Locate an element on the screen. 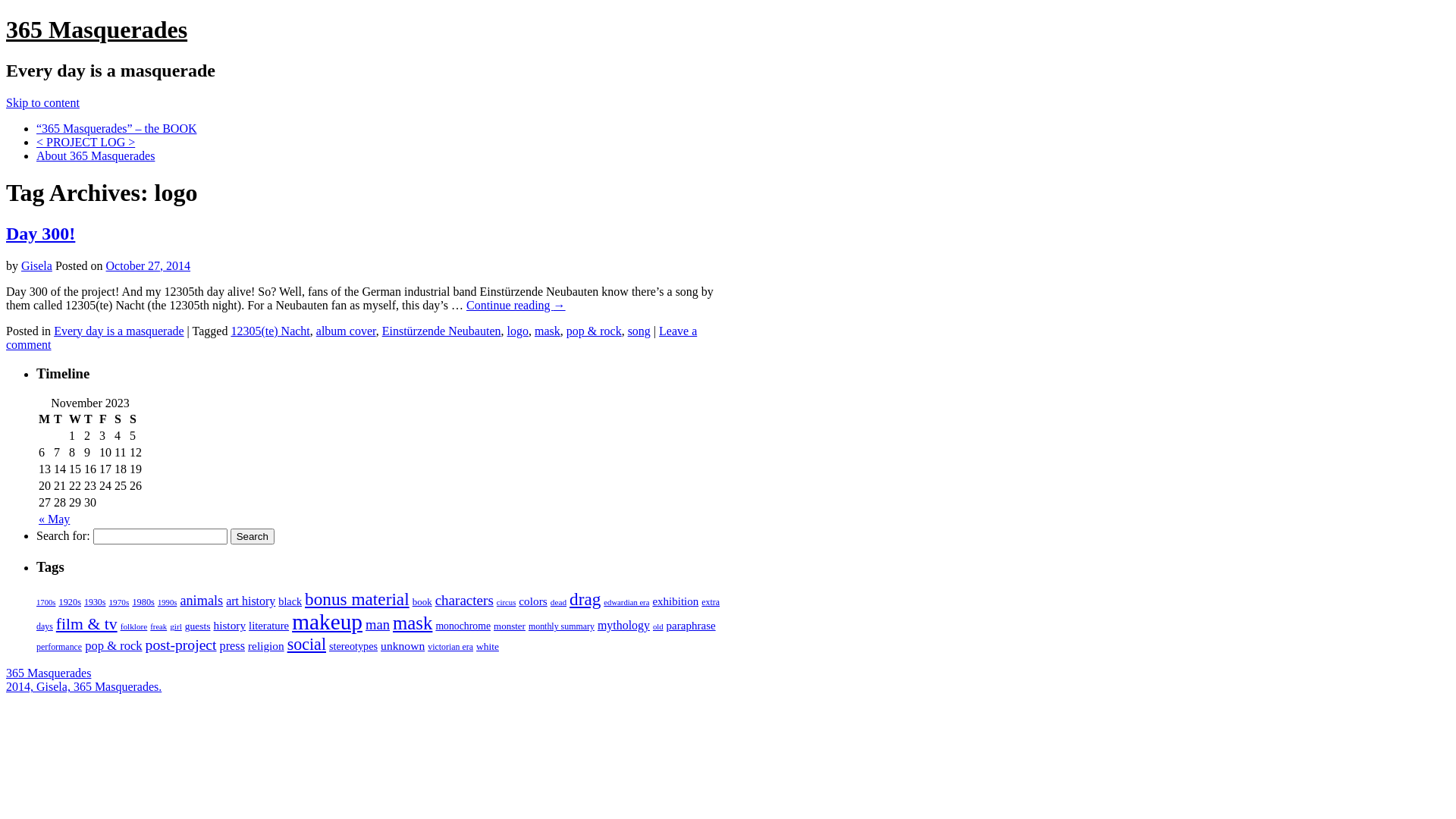 The image size is (1456, 819). 'post-project' is located at coordinates (181, 644).